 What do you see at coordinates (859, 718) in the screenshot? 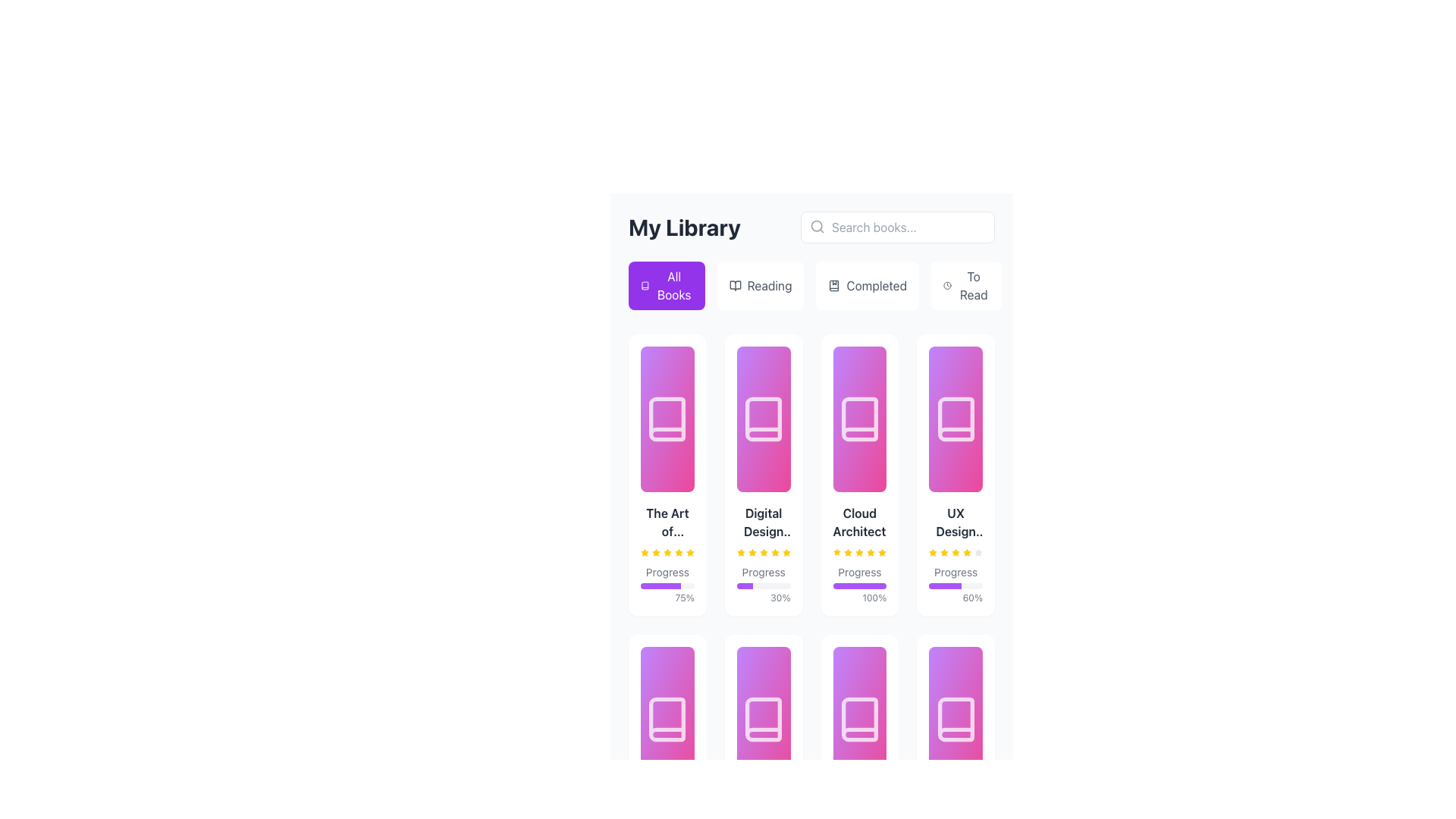
I see `the SVG-based book icon located in the 'My Library' section, which is positioned in the second row and third column of the grid layout` at bounding box center [859, 718].